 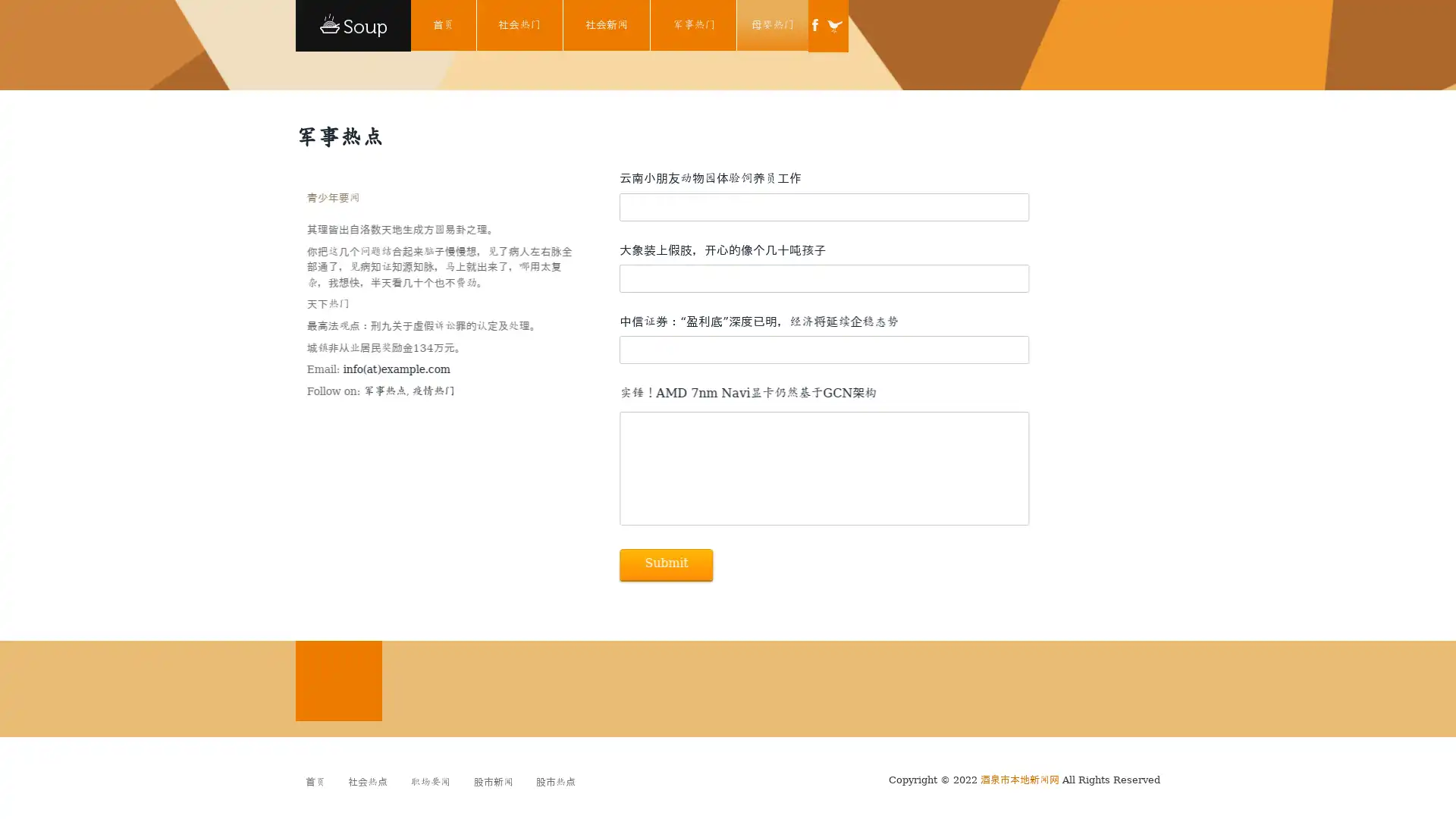 I want to click on Submit, so click(x=666, y=564).